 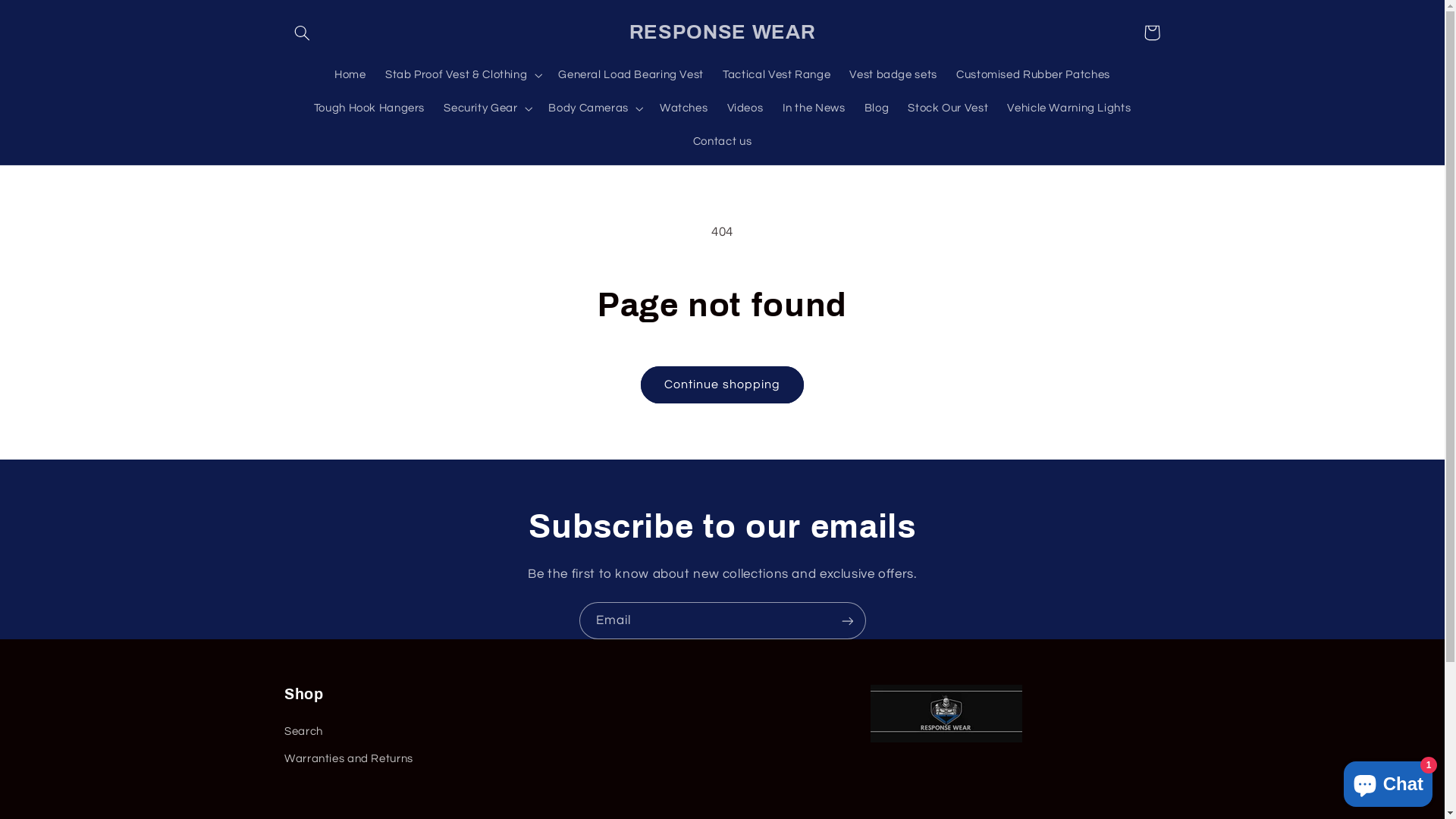 What do you see at coordinates (303, 733) in the screenshot?
I see `'Search'` at bounding box center [303, 733].